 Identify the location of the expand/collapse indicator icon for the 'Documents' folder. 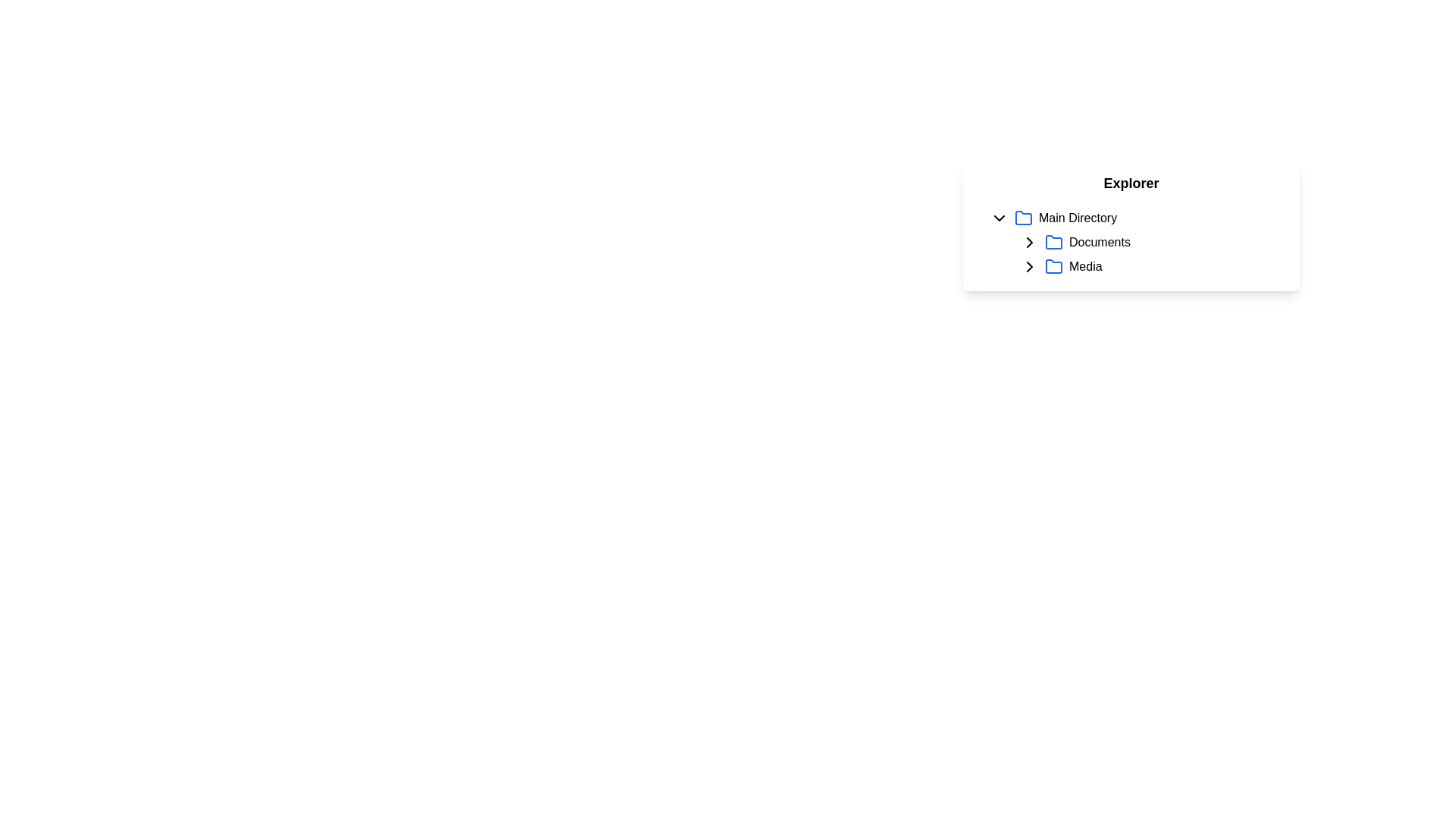
(1030, 242).